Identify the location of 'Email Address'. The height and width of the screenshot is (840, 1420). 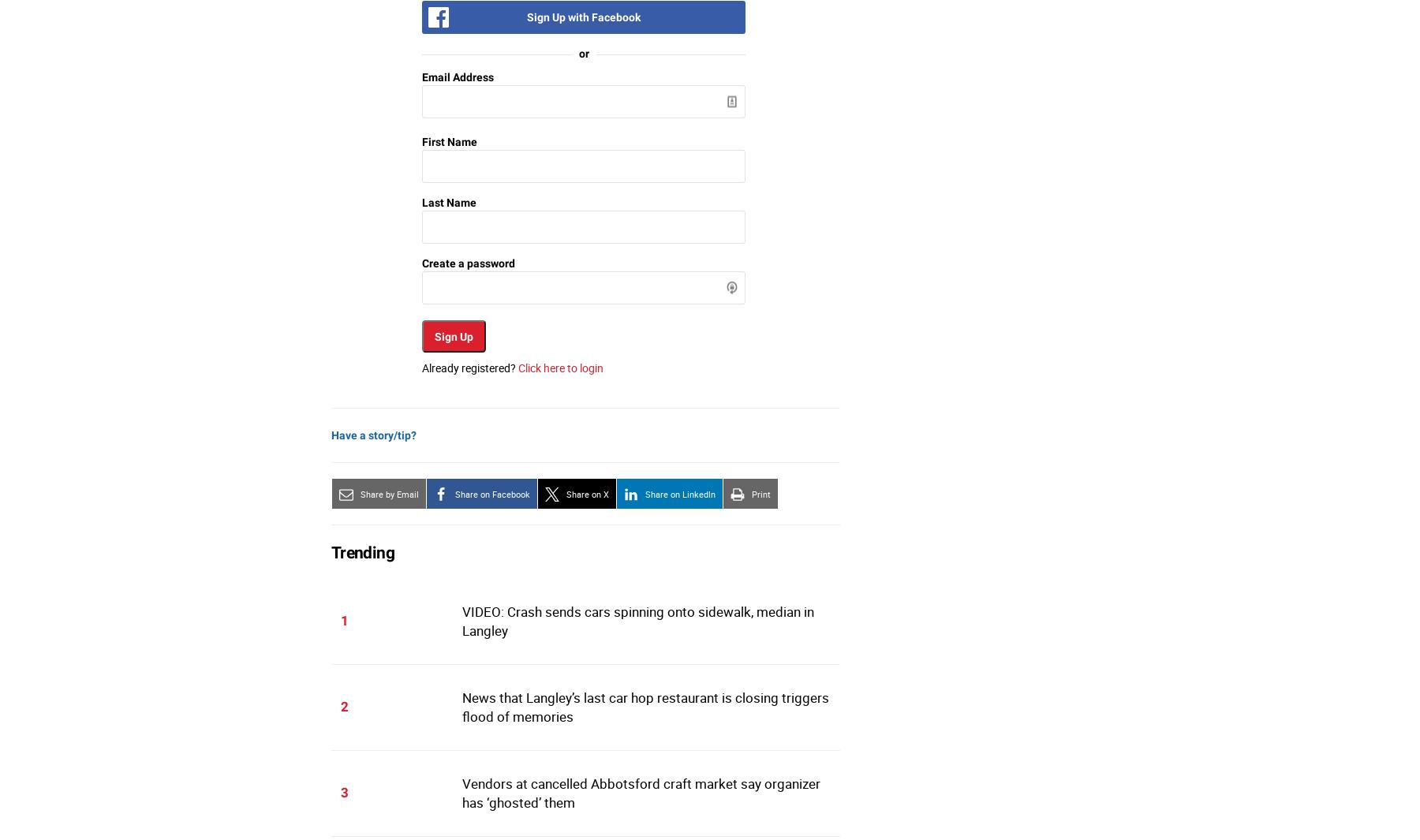
(458, 76).